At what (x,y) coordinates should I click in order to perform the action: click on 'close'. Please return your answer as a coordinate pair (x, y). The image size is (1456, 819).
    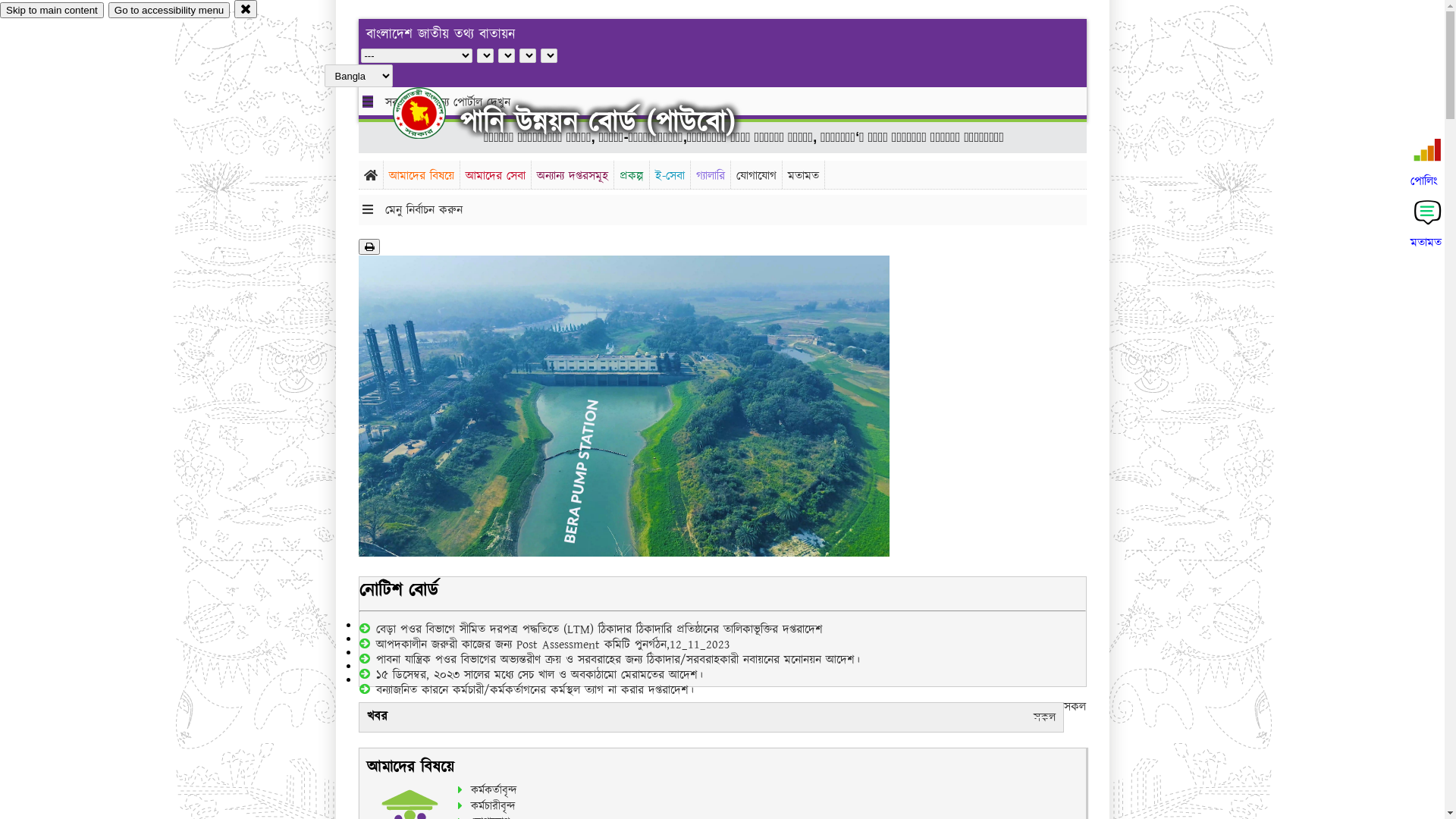
    Looking at the image, I should click on (233, 8).